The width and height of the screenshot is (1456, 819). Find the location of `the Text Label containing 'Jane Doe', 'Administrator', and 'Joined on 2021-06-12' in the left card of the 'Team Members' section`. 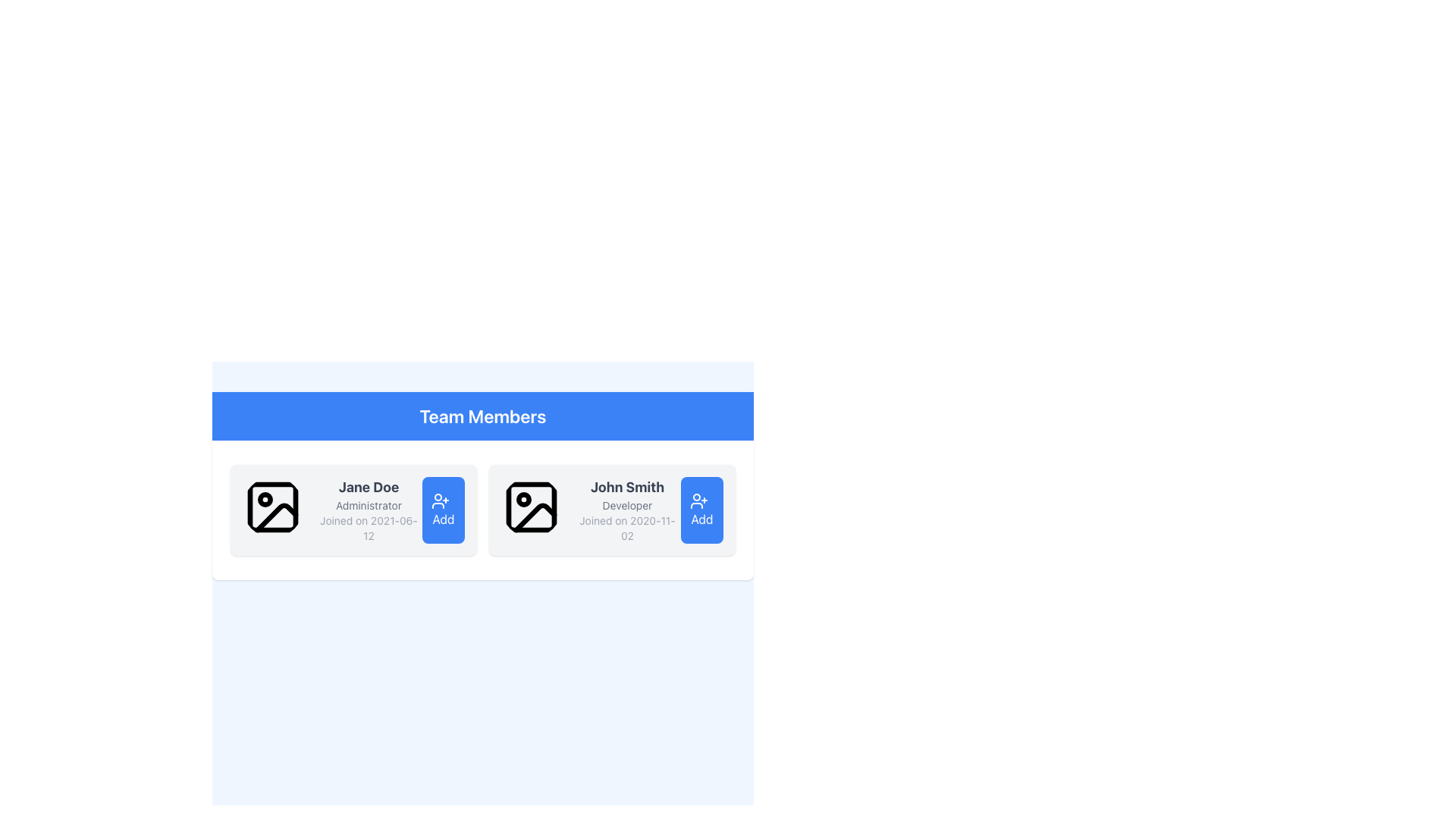

the Text Label containing 'Jane Doe', 'Administrator', and 'Joined on 2021-06-12' in the left card of the 'Team Members' section is located at coordinates (369, 510).